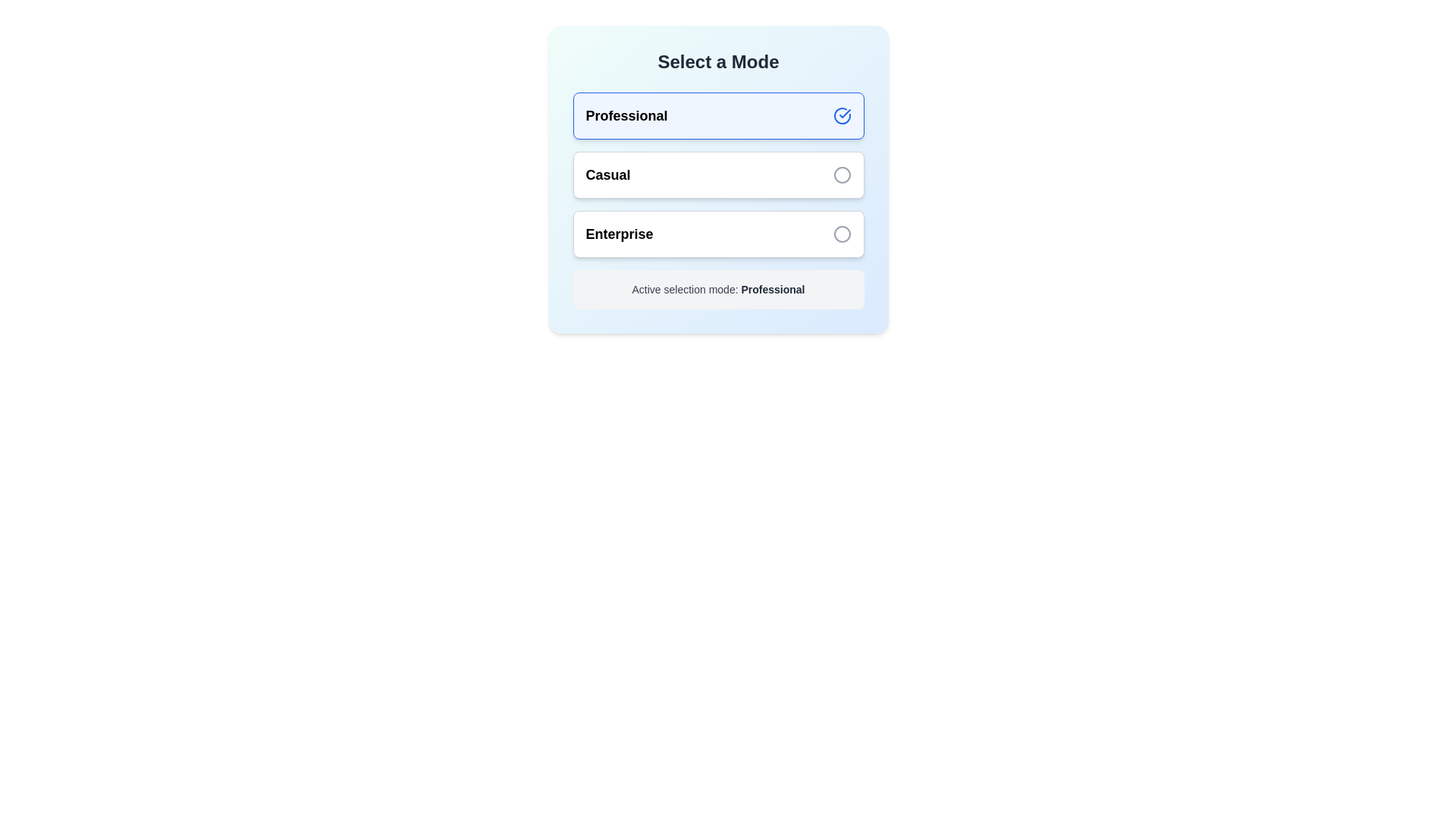  What do you see at coordinates (717, 178) in the screenshot?
I see `the highlighted option in the Card component with selectable options layout` at bounding box center [717, 178].